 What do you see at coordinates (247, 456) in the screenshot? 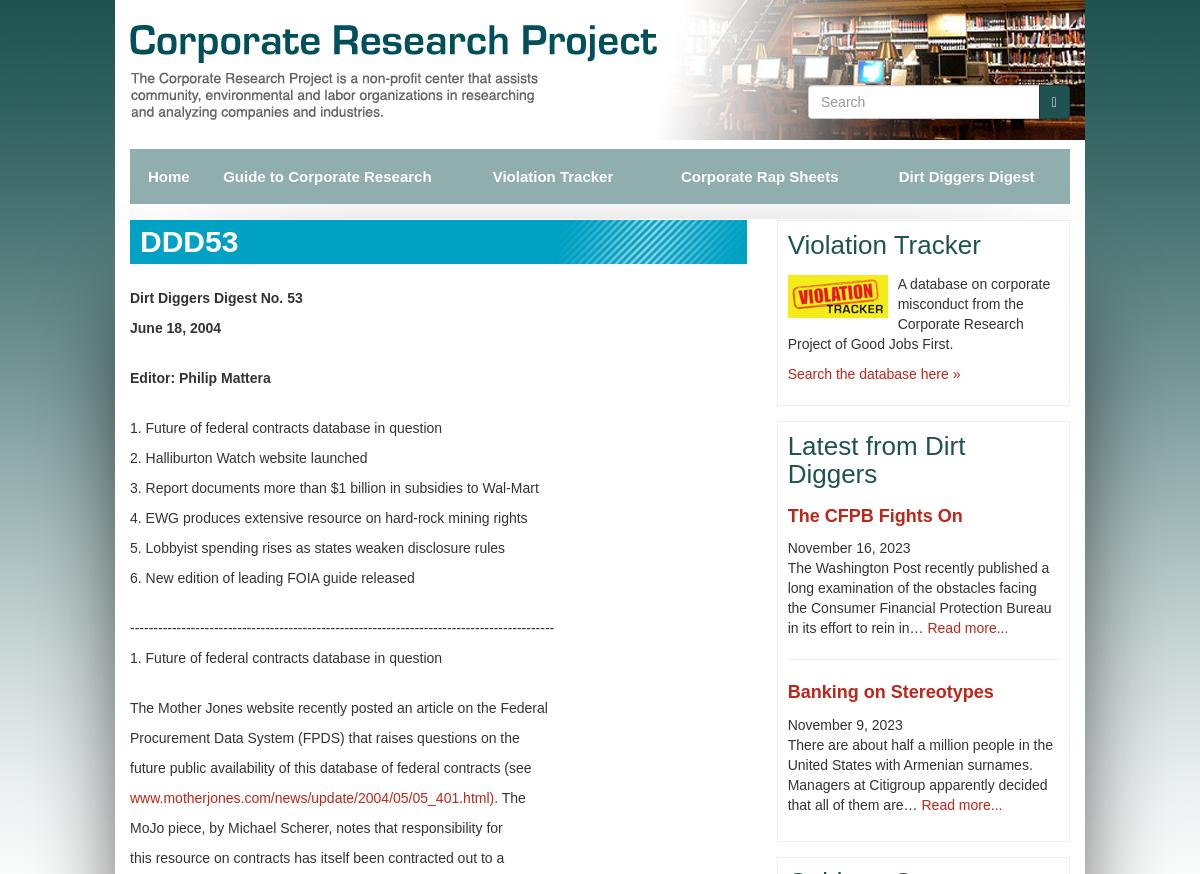
I see `'2. Halliburton Watch website launched'` at bounding box center [247, 456].